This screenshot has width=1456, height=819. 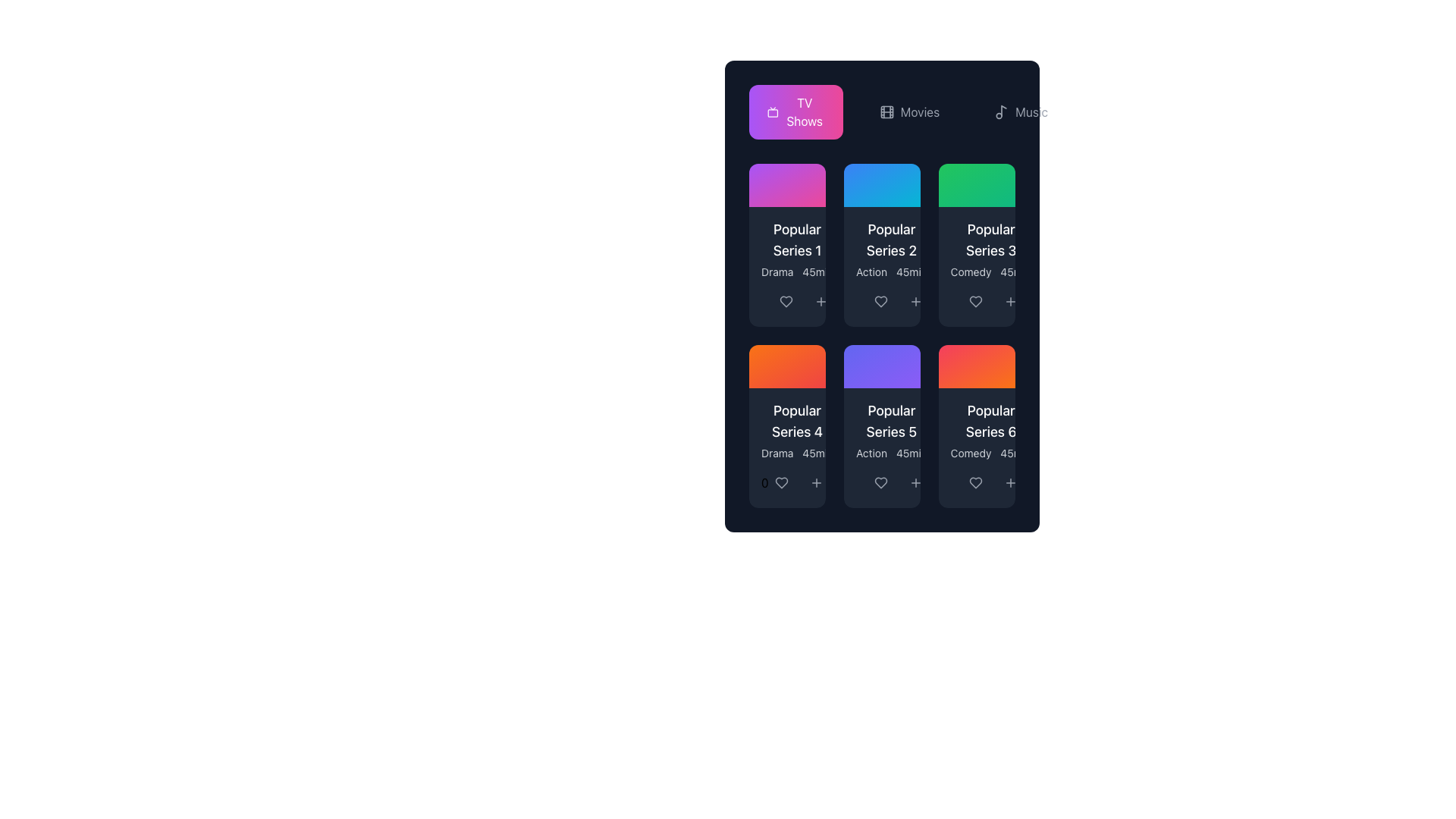 I want to click on the 'like' button located at the center-bottom of the 'Popular Series 5' card, so click(x=880, y=482).